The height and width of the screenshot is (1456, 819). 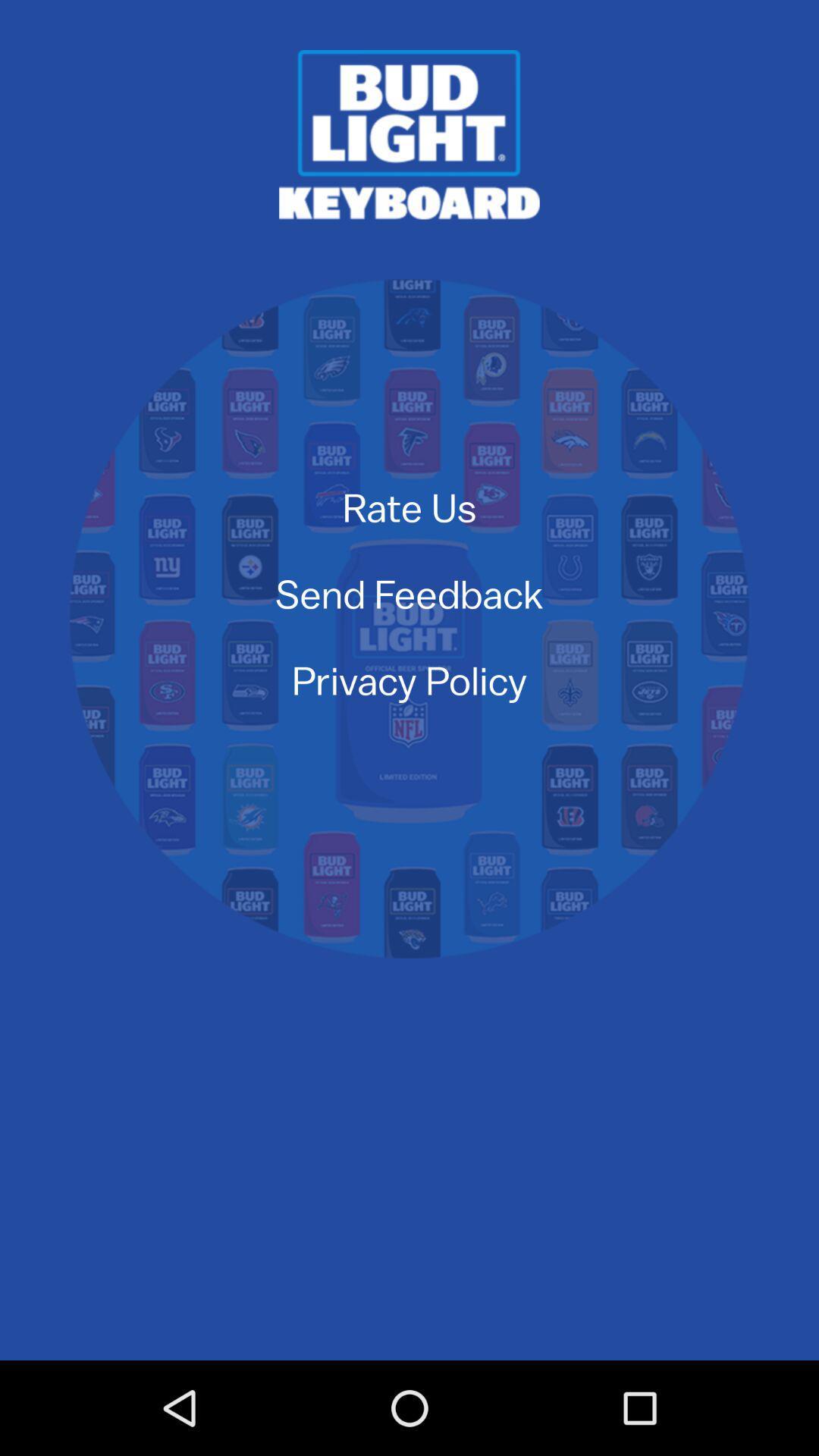 I want to click on the icon below the send feedback item, so click(x=409, y=679).